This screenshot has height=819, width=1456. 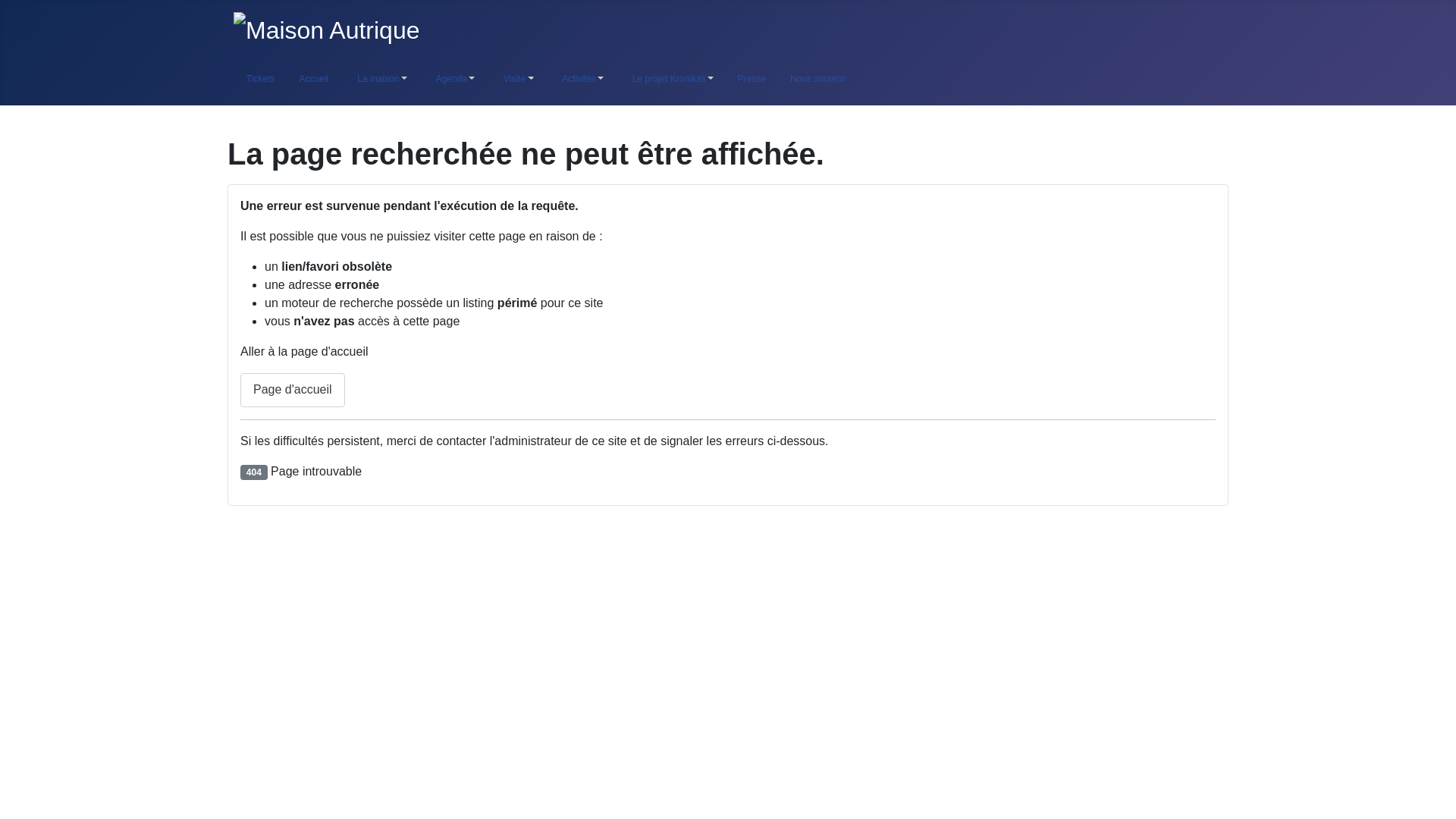 What do you see at coordinates (378, 79) in the screenshot?
I see `'La maison'` at bounding box center [378, 79].